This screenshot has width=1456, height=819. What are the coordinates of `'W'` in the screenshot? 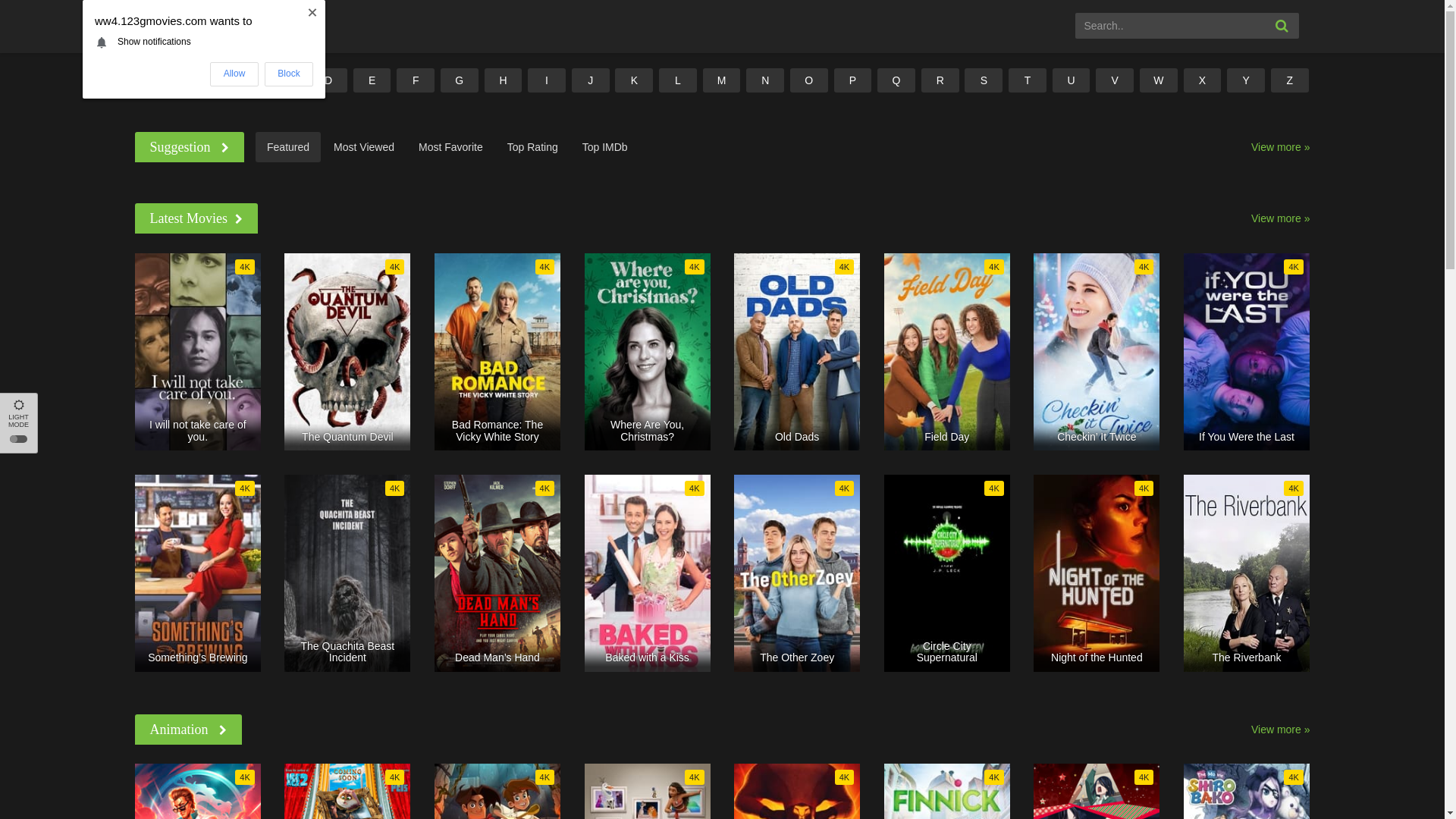 It's located at (1157, 80).